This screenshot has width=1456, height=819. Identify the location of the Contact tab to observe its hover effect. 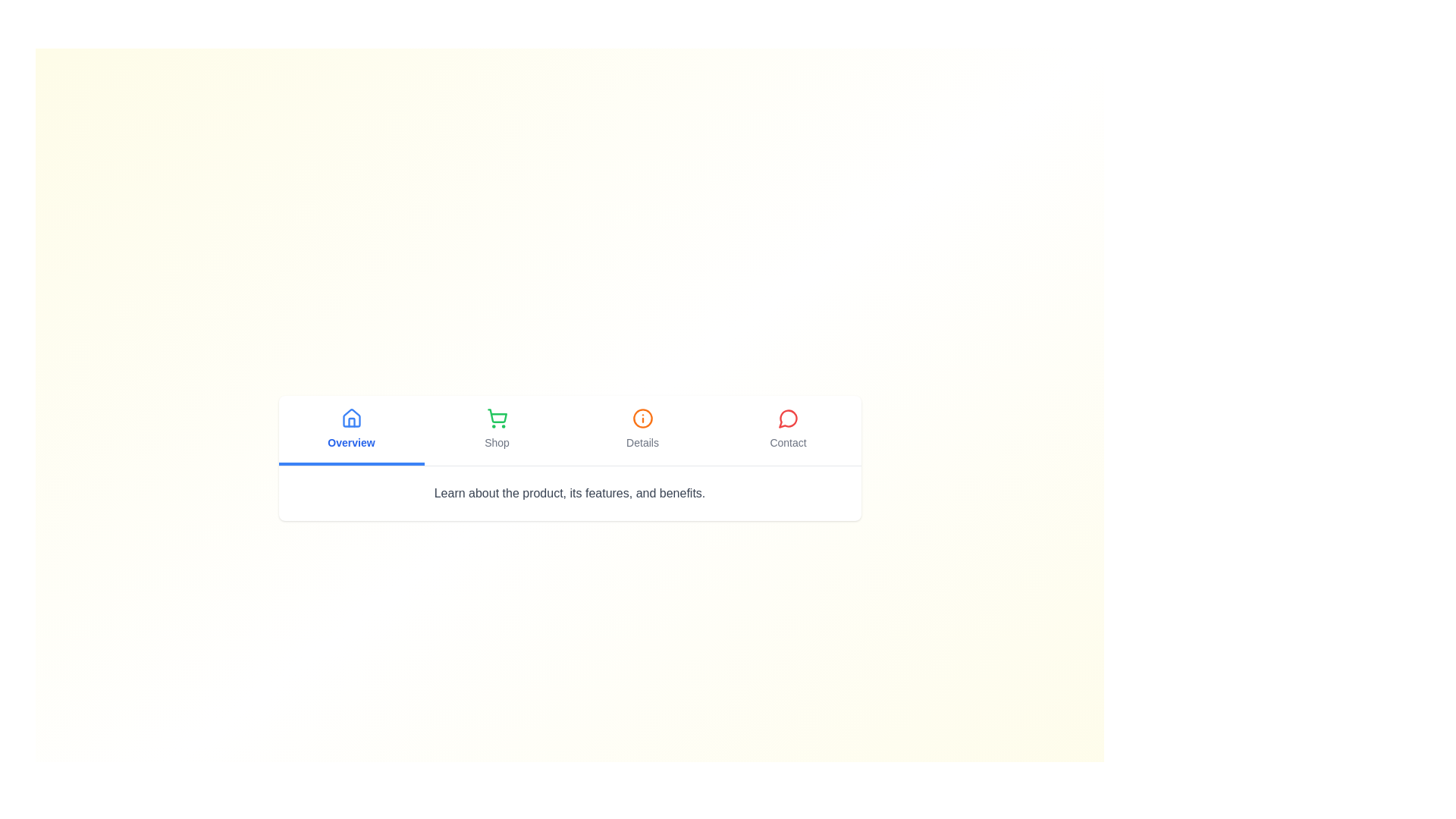
(788, 430).